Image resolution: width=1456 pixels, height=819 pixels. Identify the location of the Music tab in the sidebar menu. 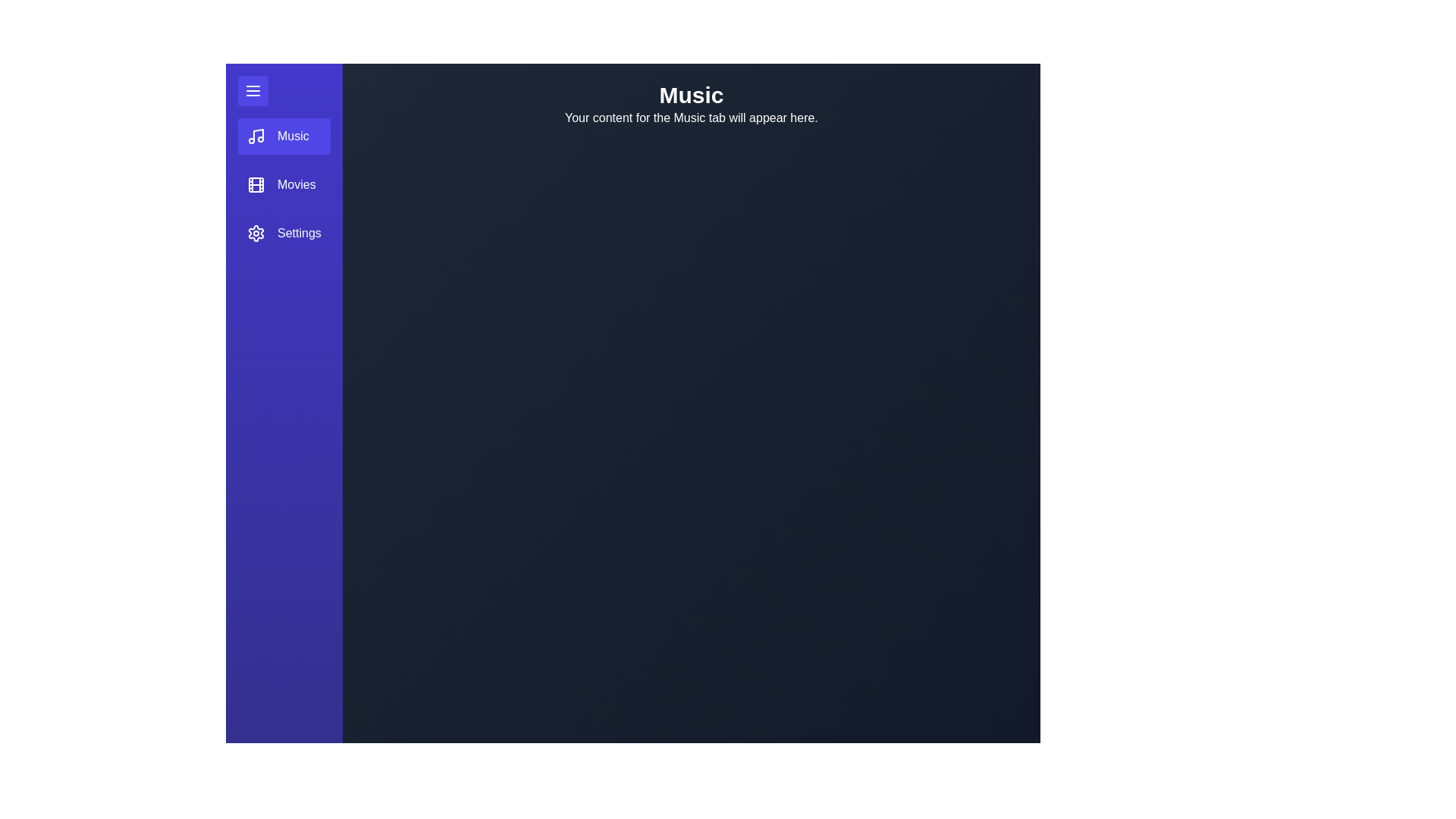
(284, 136).